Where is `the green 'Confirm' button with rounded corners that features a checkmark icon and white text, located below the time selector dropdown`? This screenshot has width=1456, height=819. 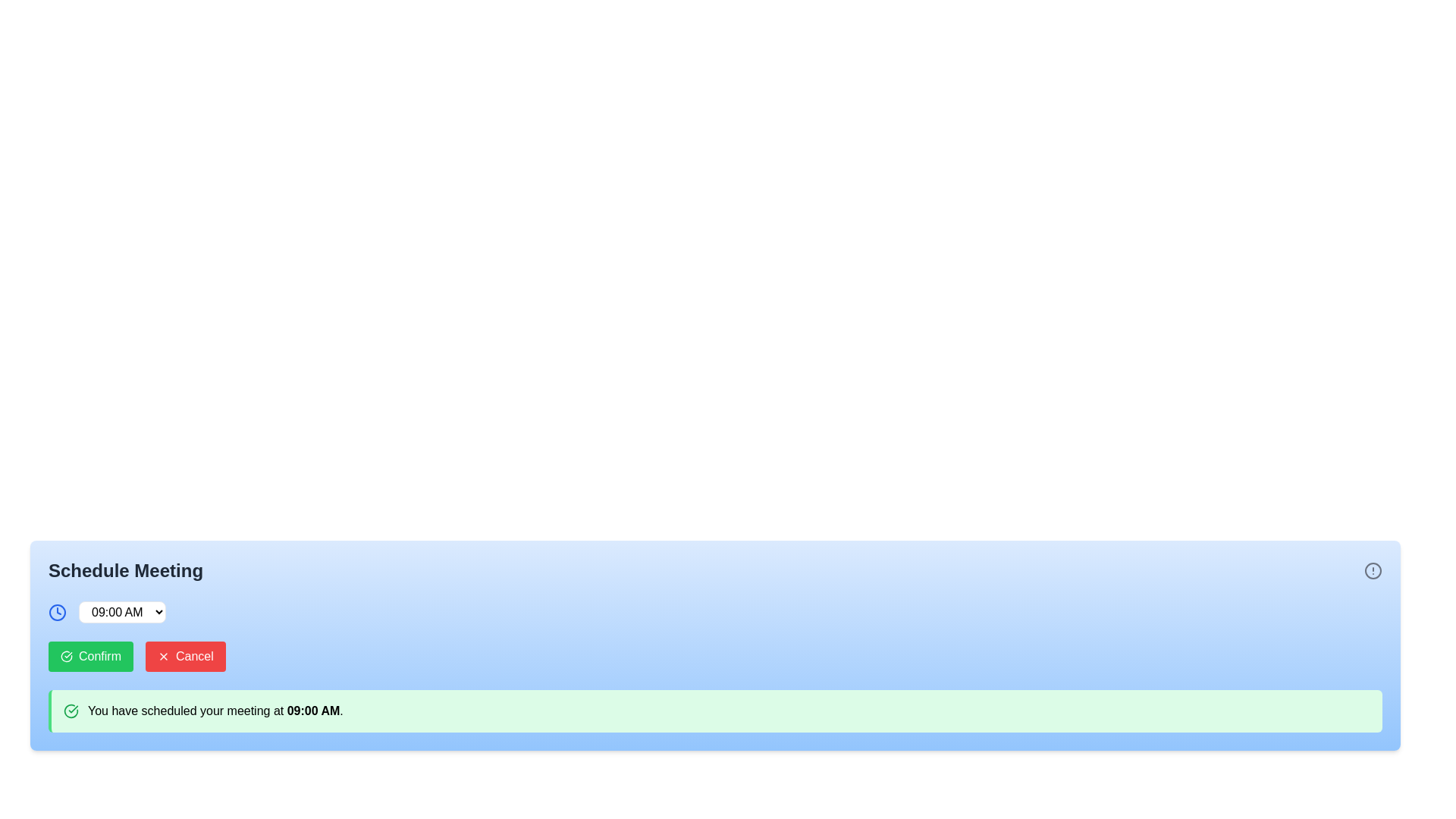
the green 'Confirm' button with rounded corners that features a checkmark icon and white text, located below the time selector dropdown is located at coordinates (90, 656).